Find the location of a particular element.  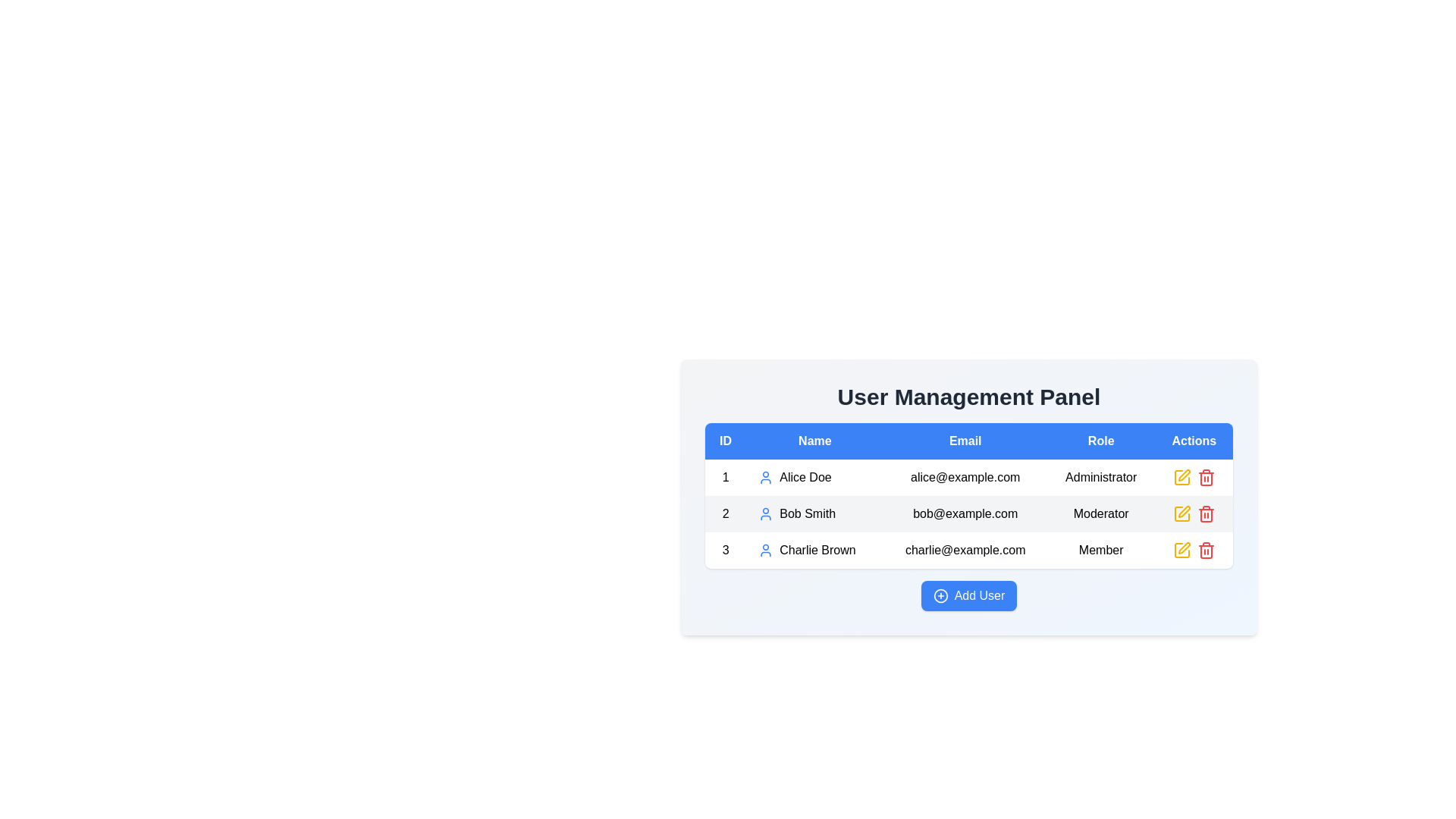

the textual number '1' in the user management table under the 'ID' column, which is the first cell in the first row is located at coordinates (725, 476).